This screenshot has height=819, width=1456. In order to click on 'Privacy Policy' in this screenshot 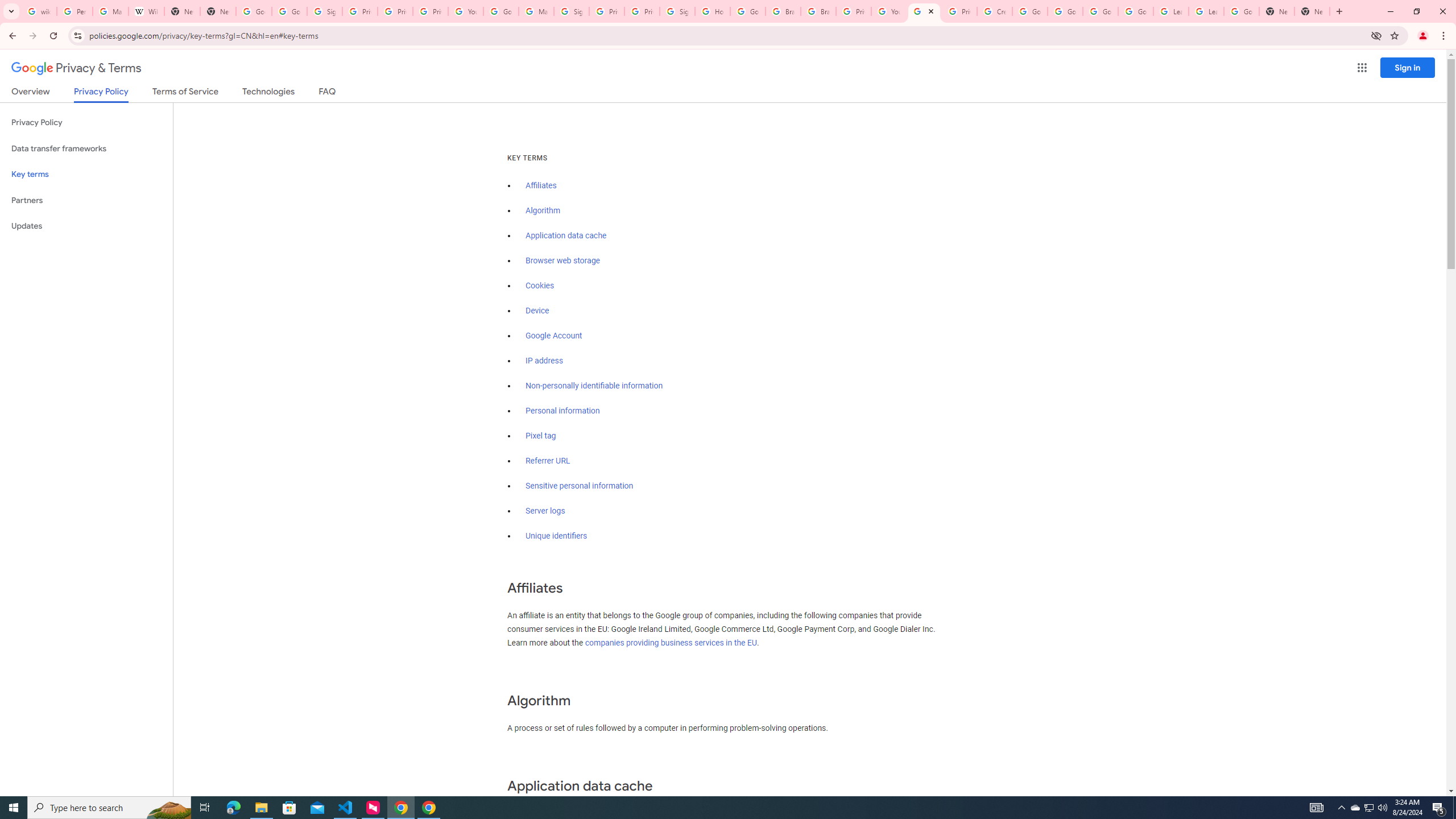, I will do `click(86, 122)`.